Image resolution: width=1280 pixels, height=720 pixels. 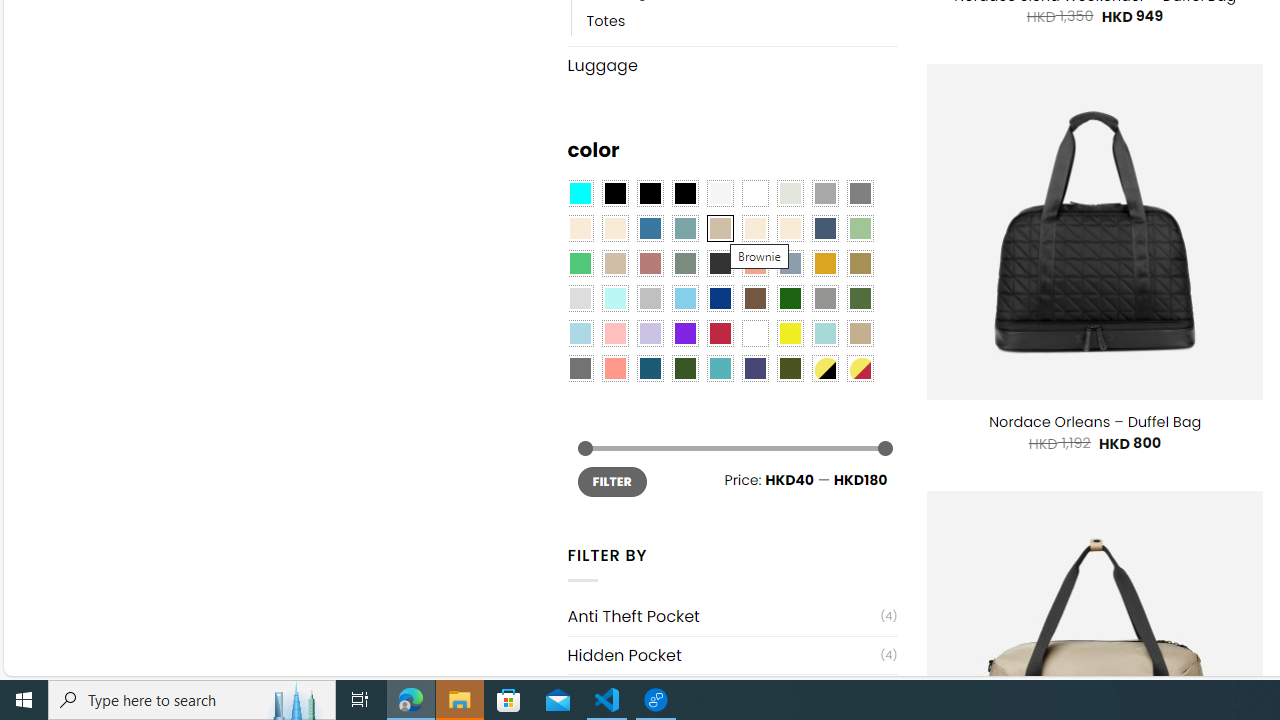 What do you see at coordinates (614, 298) in the screenshot?
I see `'Mint'` at bounding box center [614, 298].